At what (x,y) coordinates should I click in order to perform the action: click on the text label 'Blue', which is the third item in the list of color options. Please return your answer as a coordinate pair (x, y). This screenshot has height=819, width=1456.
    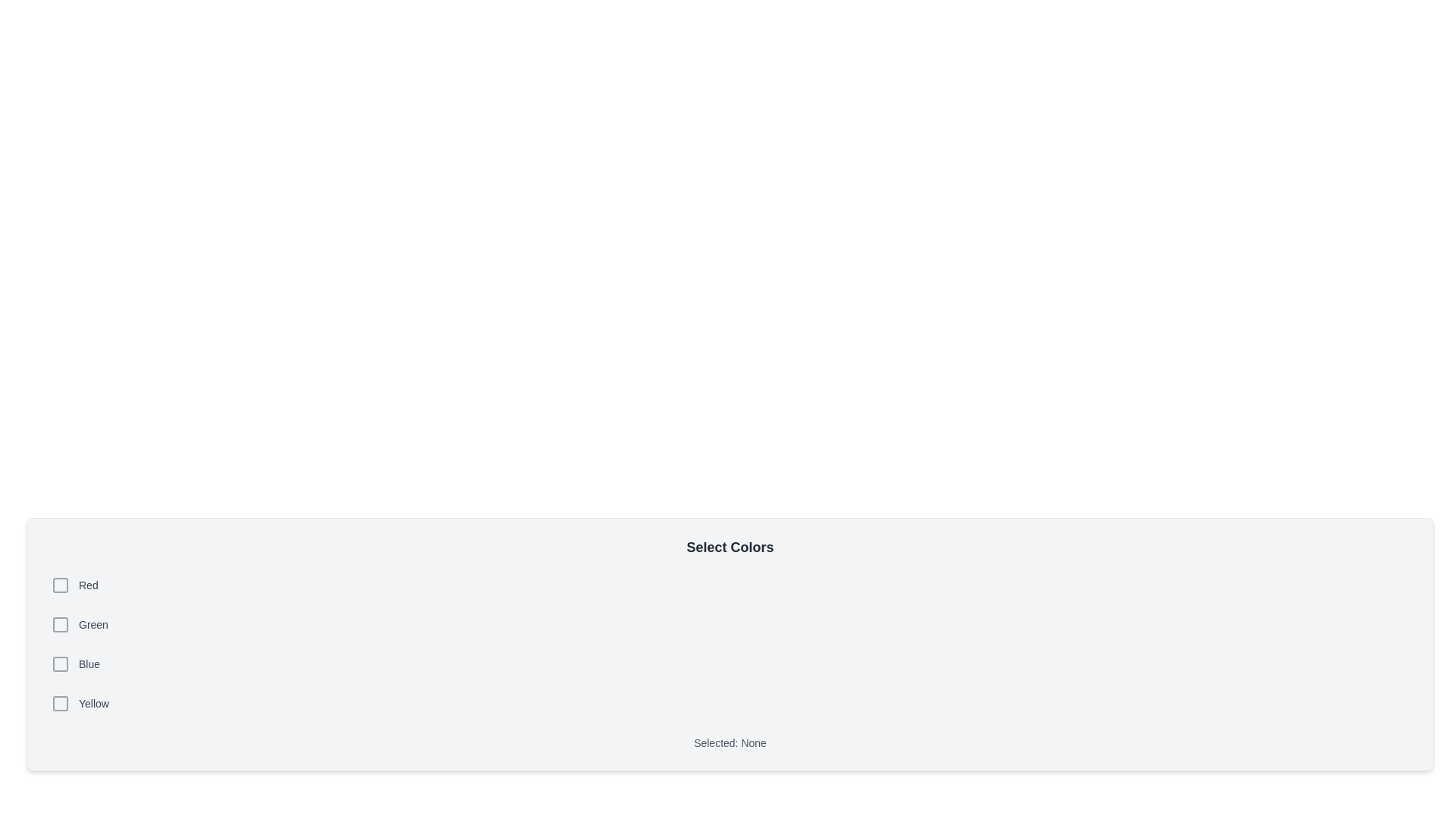
    Looking at the image, I should click on (89, 663).